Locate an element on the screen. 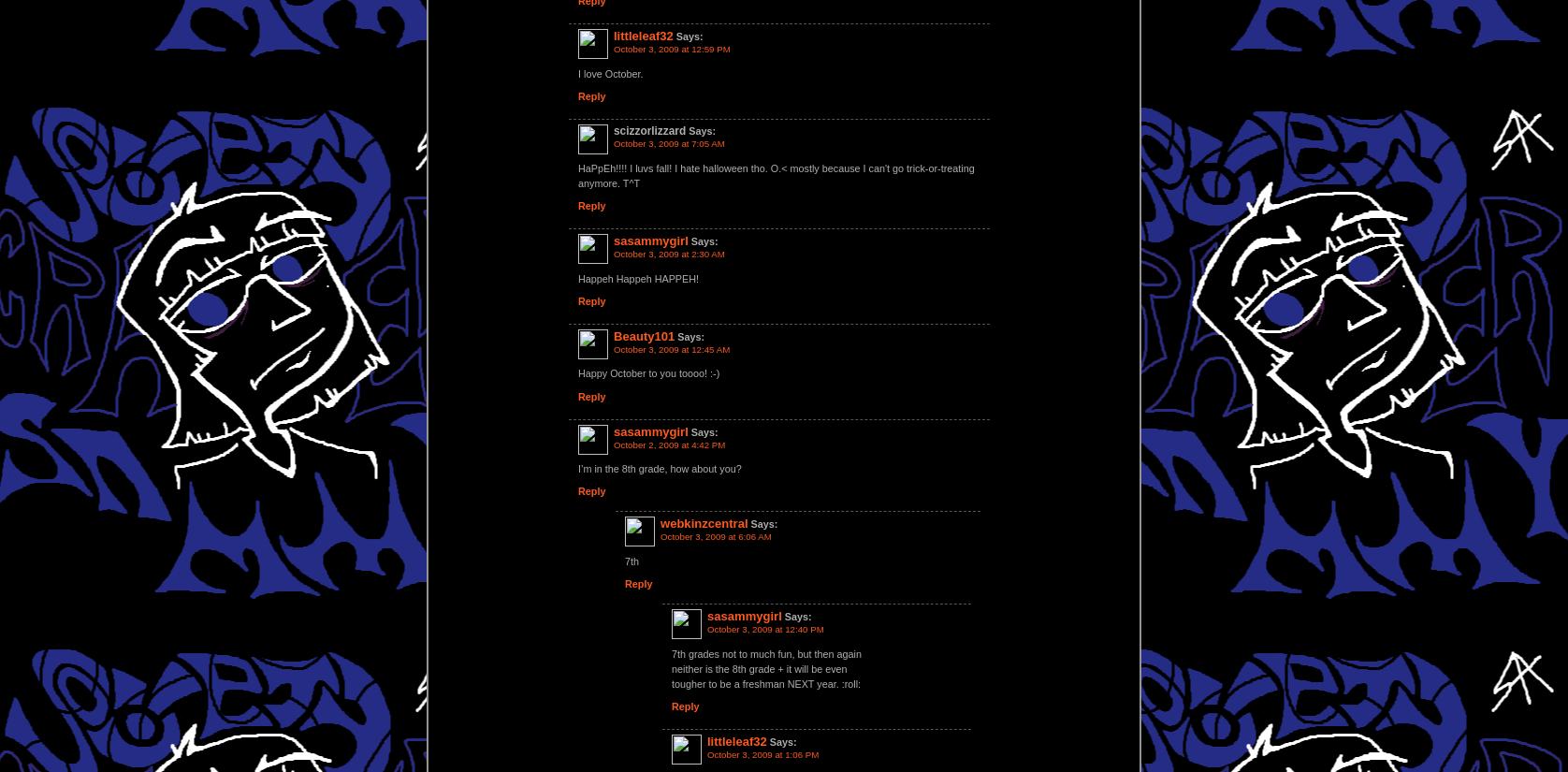  'HaPpEh!!!! I luvs fall! I hate halloween tho. O.< mostly because I can't go trick-or-treating anymore. T^T' is located at coordinates (775, 175).